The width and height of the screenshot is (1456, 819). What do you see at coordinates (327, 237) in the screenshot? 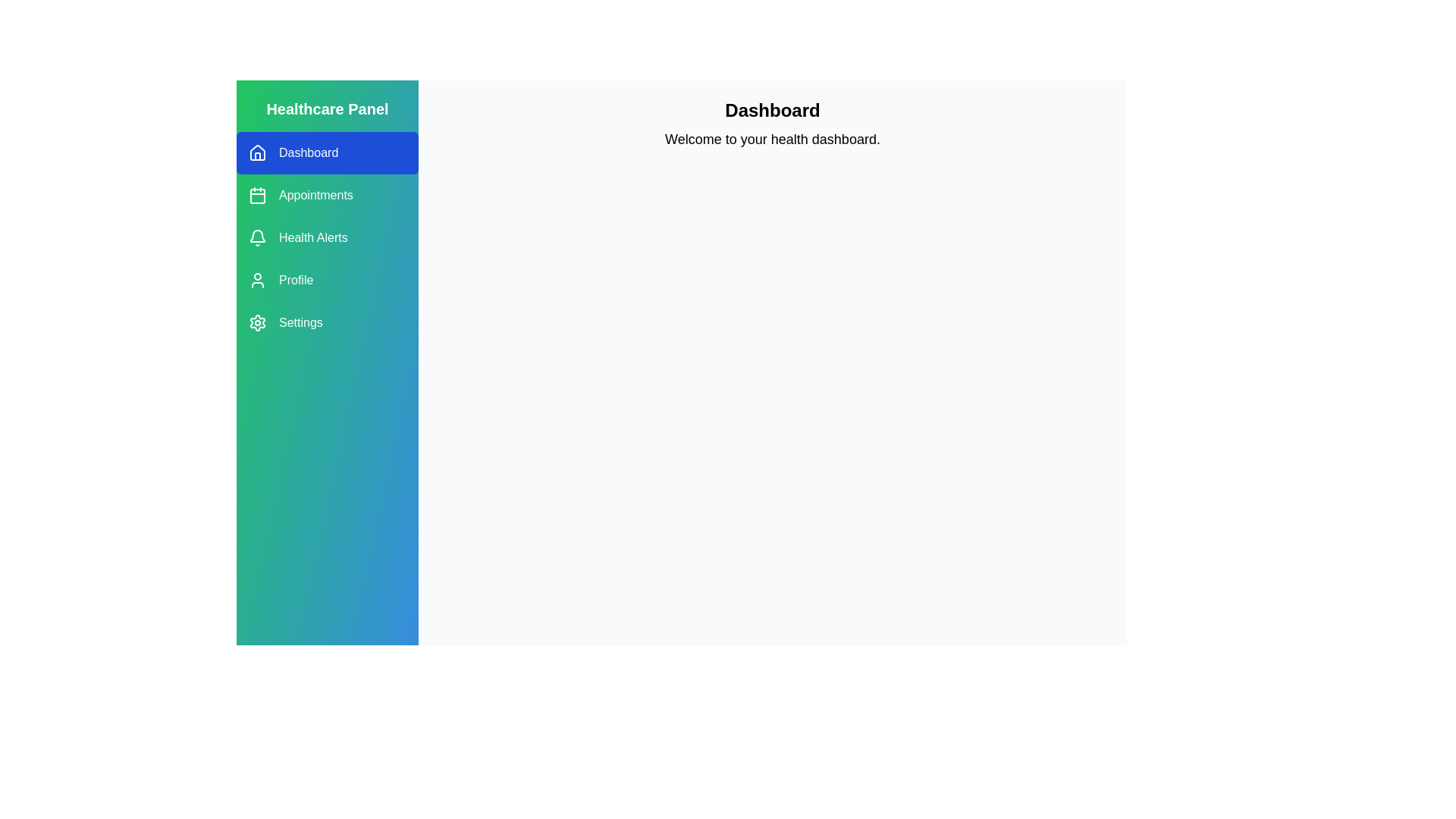
I see `the navigation button for health alerts located in the sidebar menu, positioned between 'Appointments' and 'Profile'` at bounding box center [327, 237].